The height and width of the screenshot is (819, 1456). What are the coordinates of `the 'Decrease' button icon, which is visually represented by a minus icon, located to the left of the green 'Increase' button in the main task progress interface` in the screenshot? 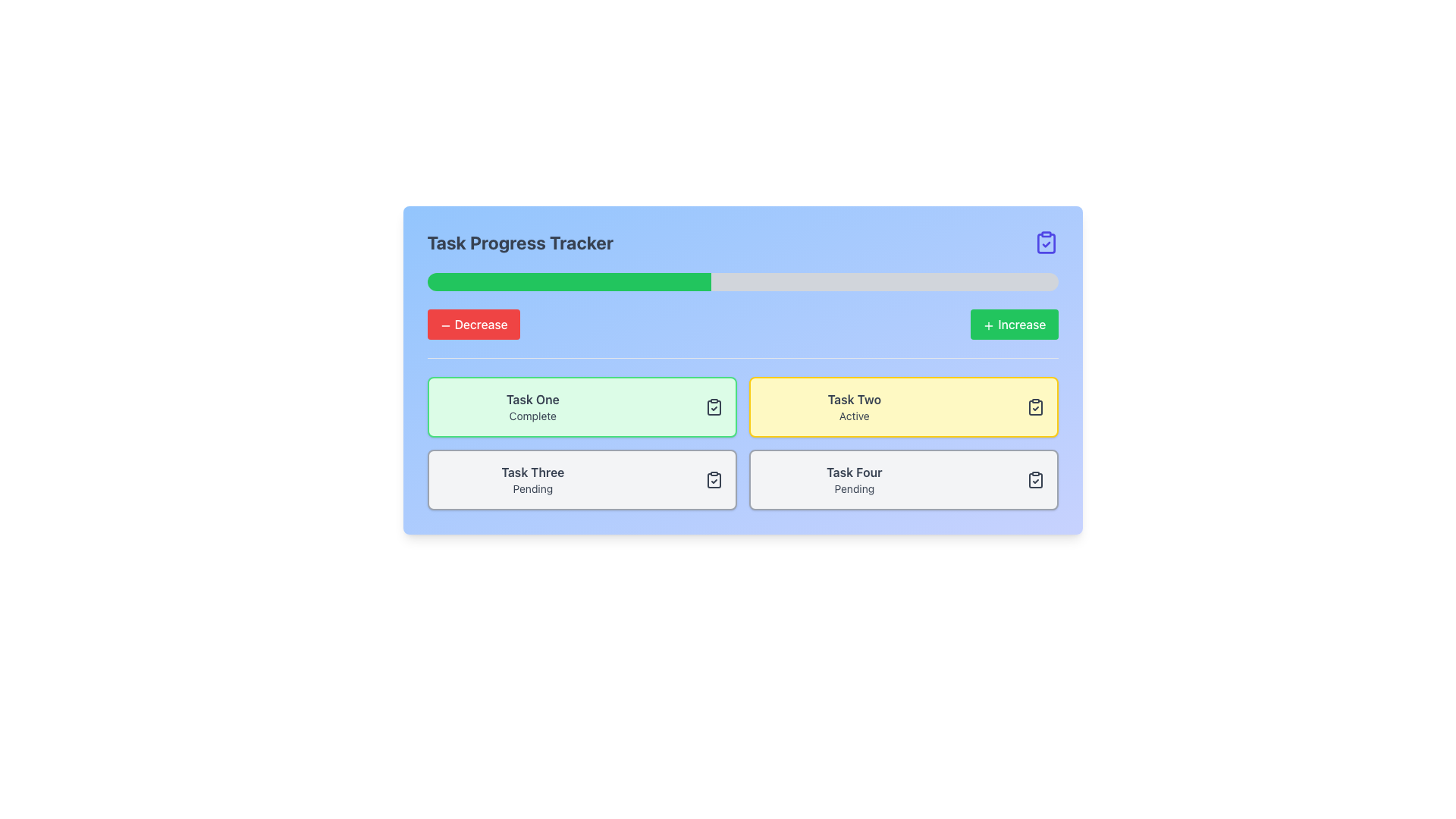 It's located at (444, 325).